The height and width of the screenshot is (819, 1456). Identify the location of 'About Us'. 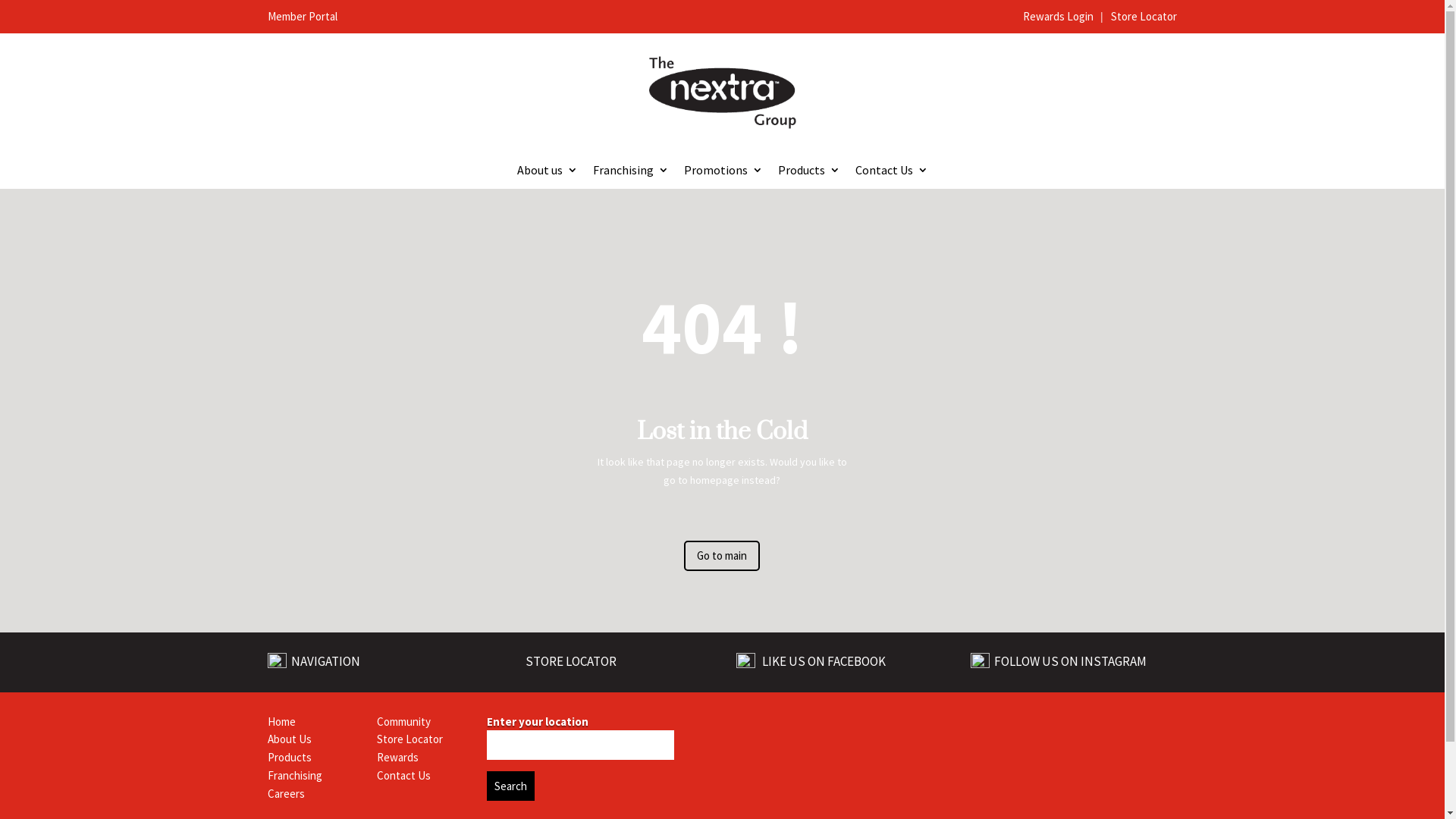
(266, 738).